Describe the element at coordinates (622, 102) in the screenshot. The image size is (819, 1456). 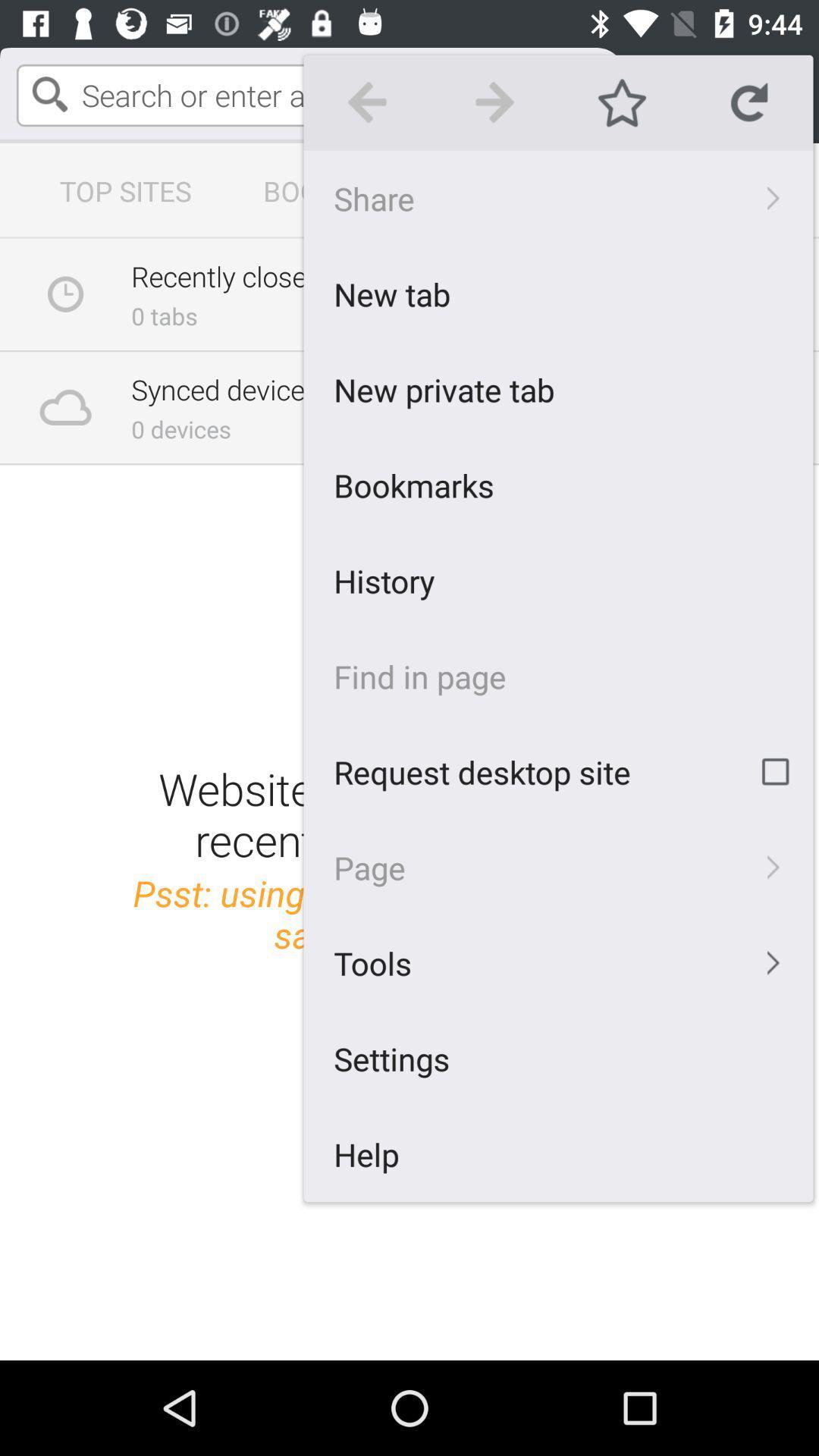
I see `icon above the share` at that location.